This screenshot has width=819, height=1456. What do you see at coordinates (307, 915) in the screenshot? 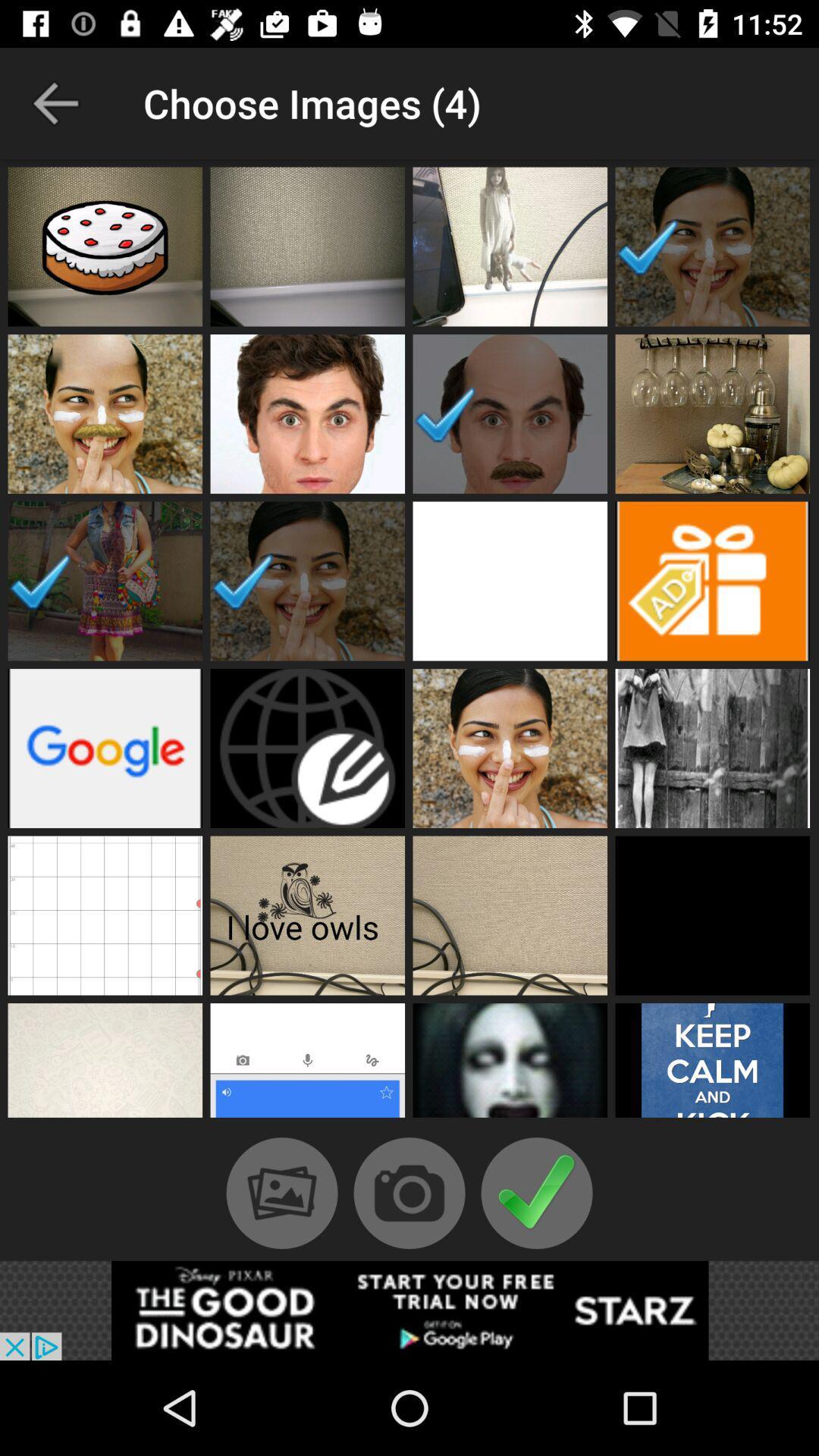
I see `the image having the text i love owls` at bounding box center [307, 915].